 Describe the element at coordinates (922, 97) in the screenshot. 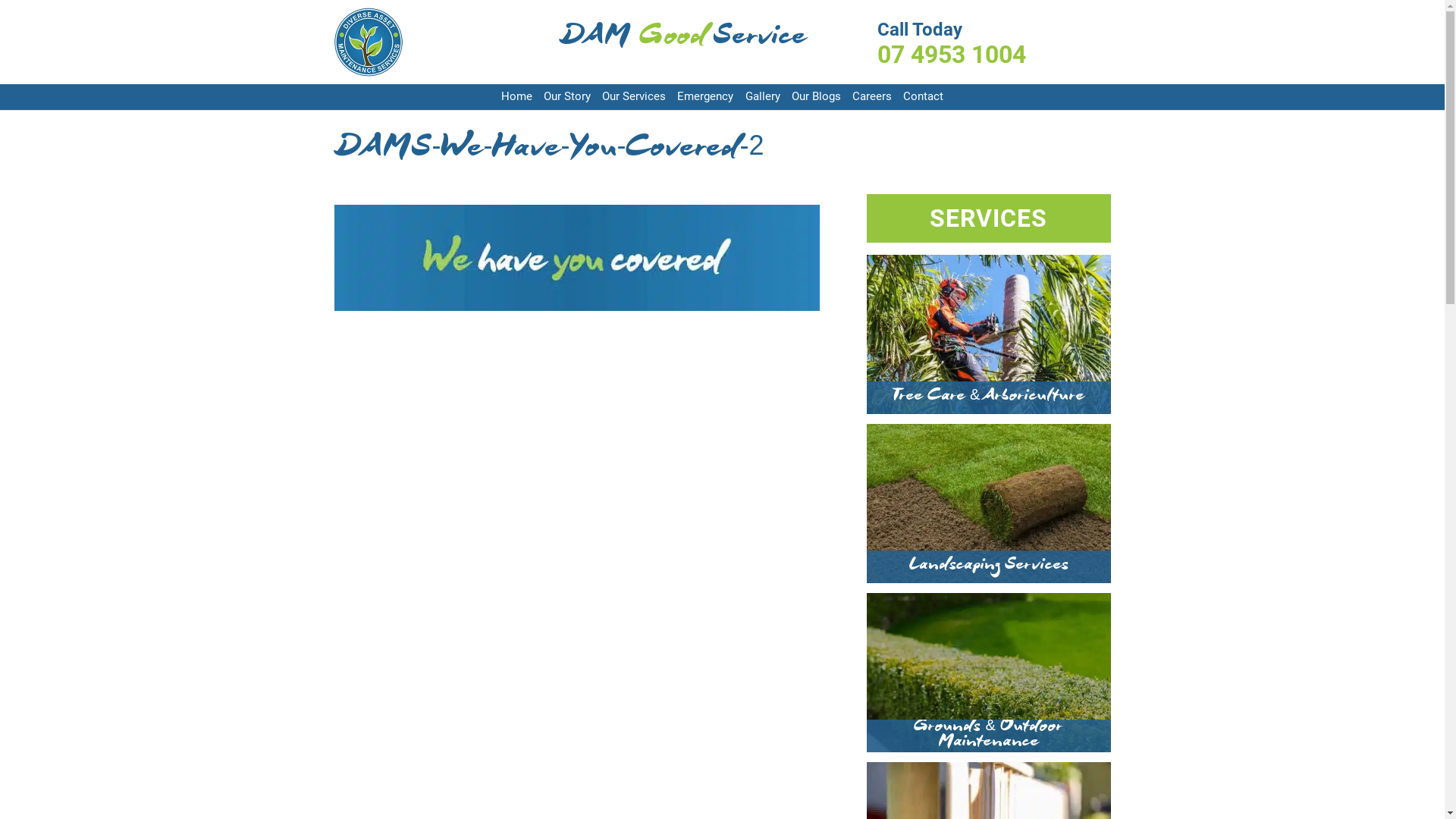

I see `'Contact'` at that location.